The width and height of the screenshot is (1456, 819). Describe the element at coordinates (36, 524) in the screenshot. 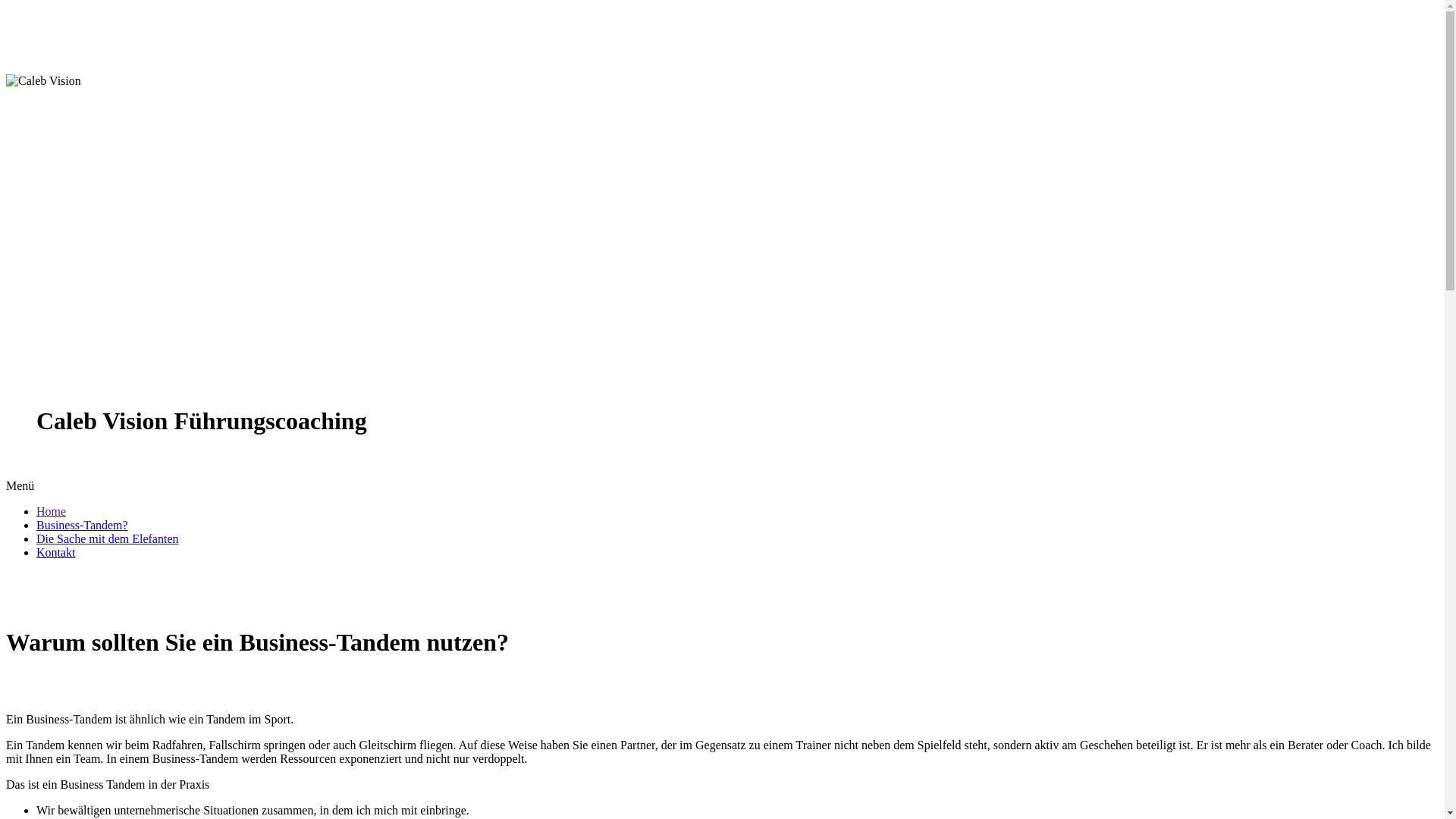

I see `'Business-Tandem?'` at that location.